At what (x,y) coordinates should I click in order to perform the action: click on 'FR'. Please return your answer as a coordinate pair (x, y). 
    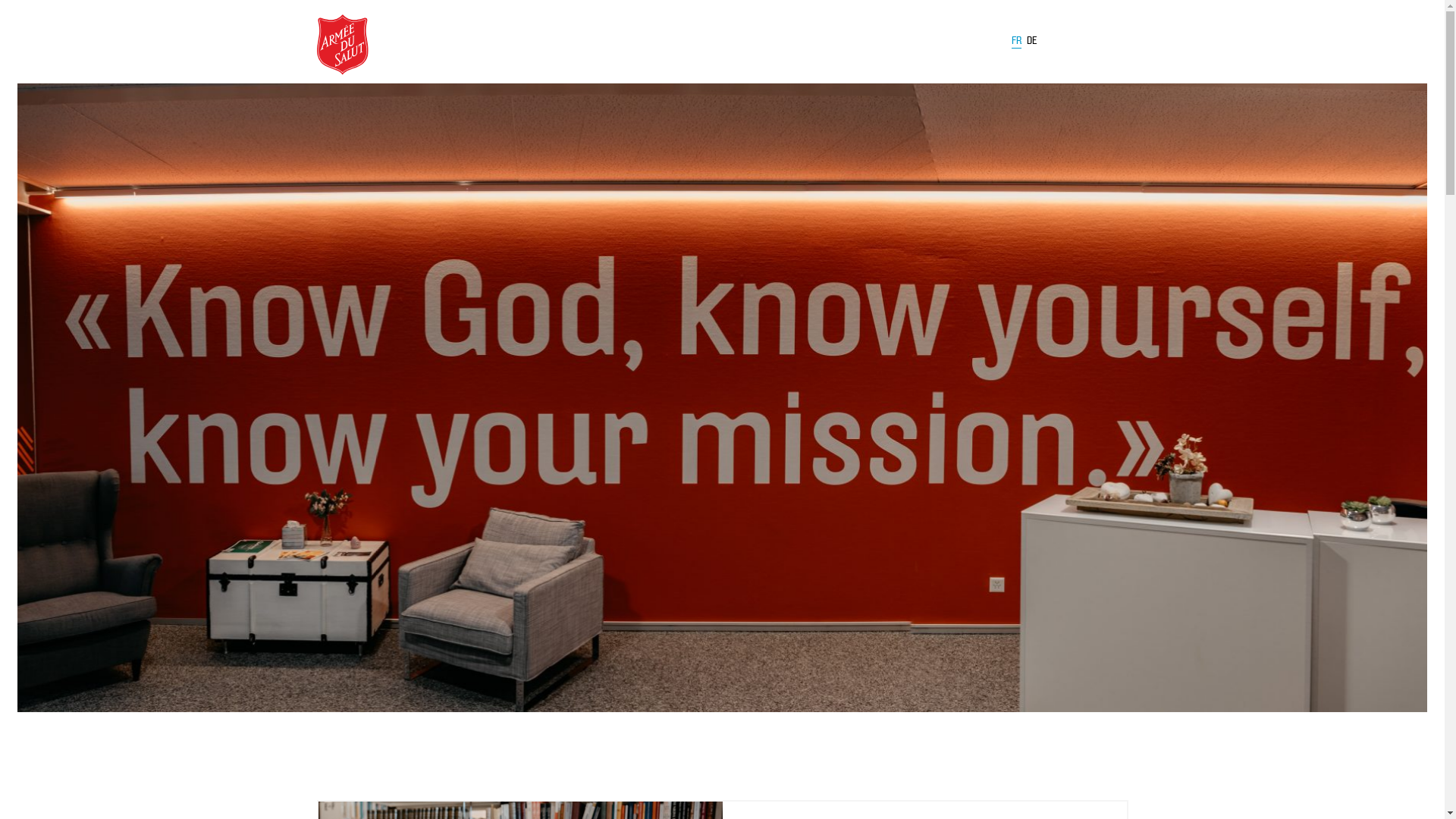
    Looking at the image, I should click on (1016, 42).